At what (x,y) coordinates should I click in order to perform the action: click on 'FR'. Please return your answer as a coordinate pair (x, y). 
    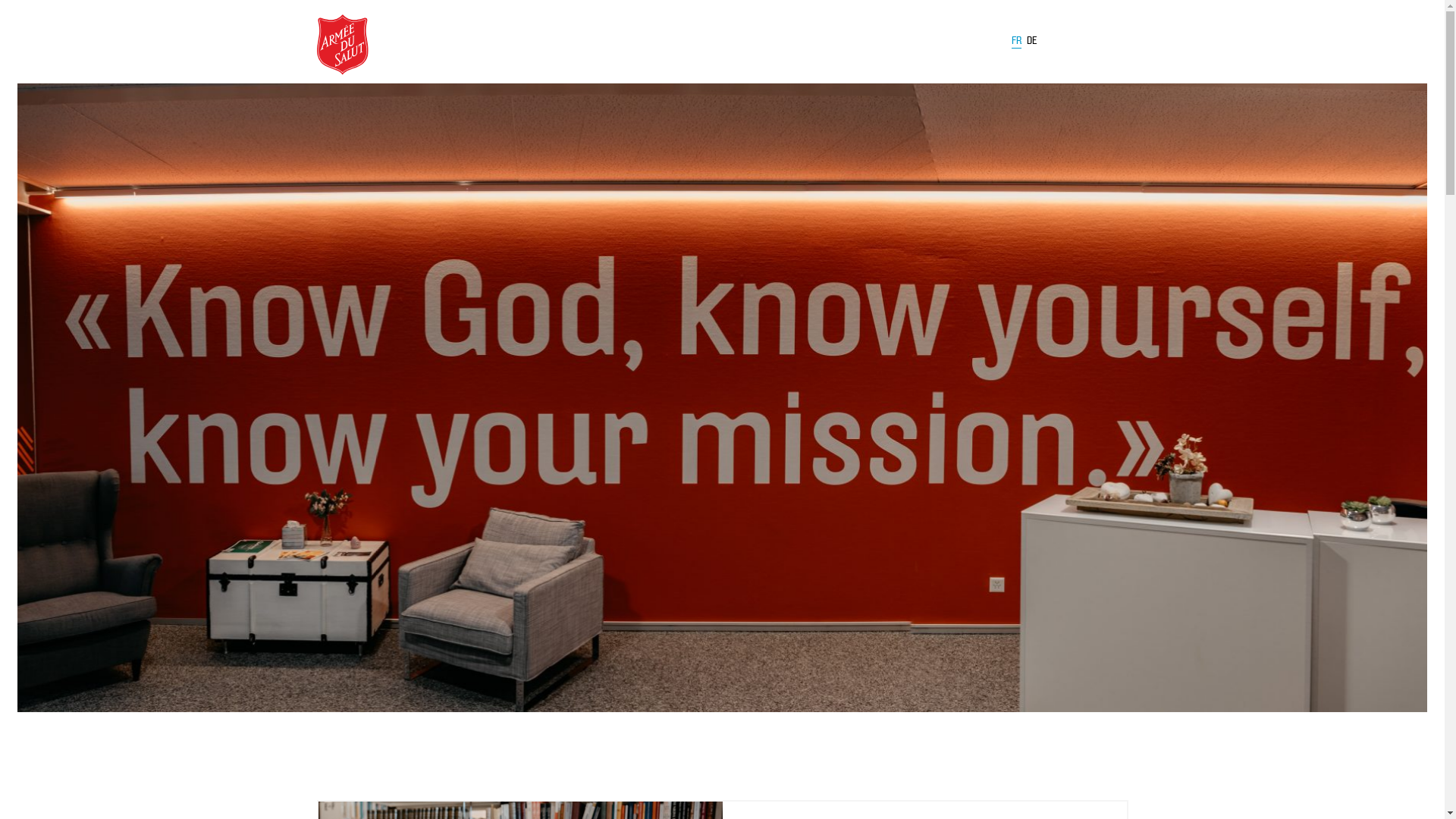
    Looking at the image, I should click on (1016, 42).